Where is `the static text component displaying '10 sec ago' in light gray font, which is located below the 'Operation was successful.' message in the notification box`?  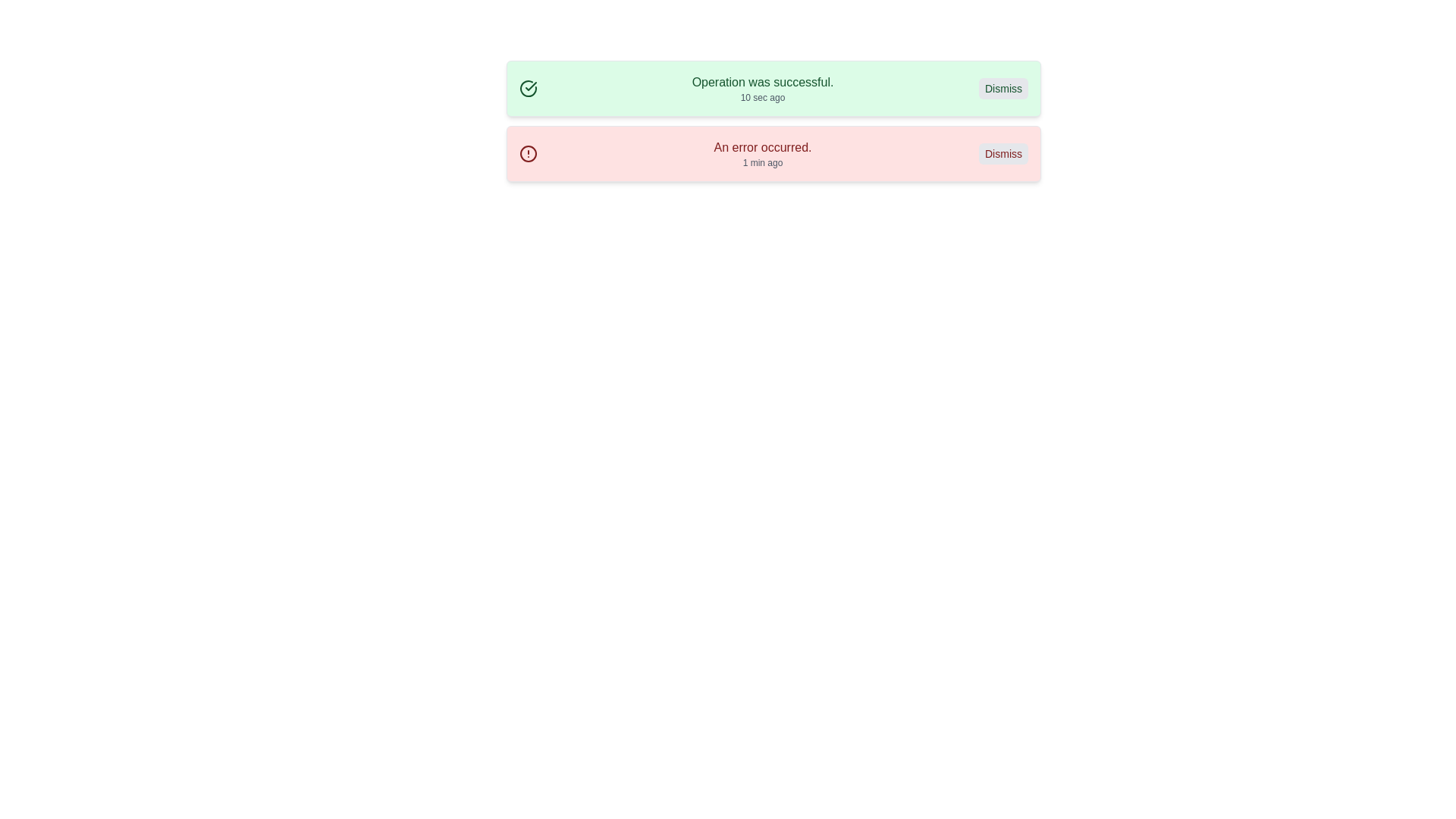 the static text component displaying '10 sec ago' in light gray font, which is located below the 'Operation was successful.' message in the notification box is located at coordinates (763, 97).